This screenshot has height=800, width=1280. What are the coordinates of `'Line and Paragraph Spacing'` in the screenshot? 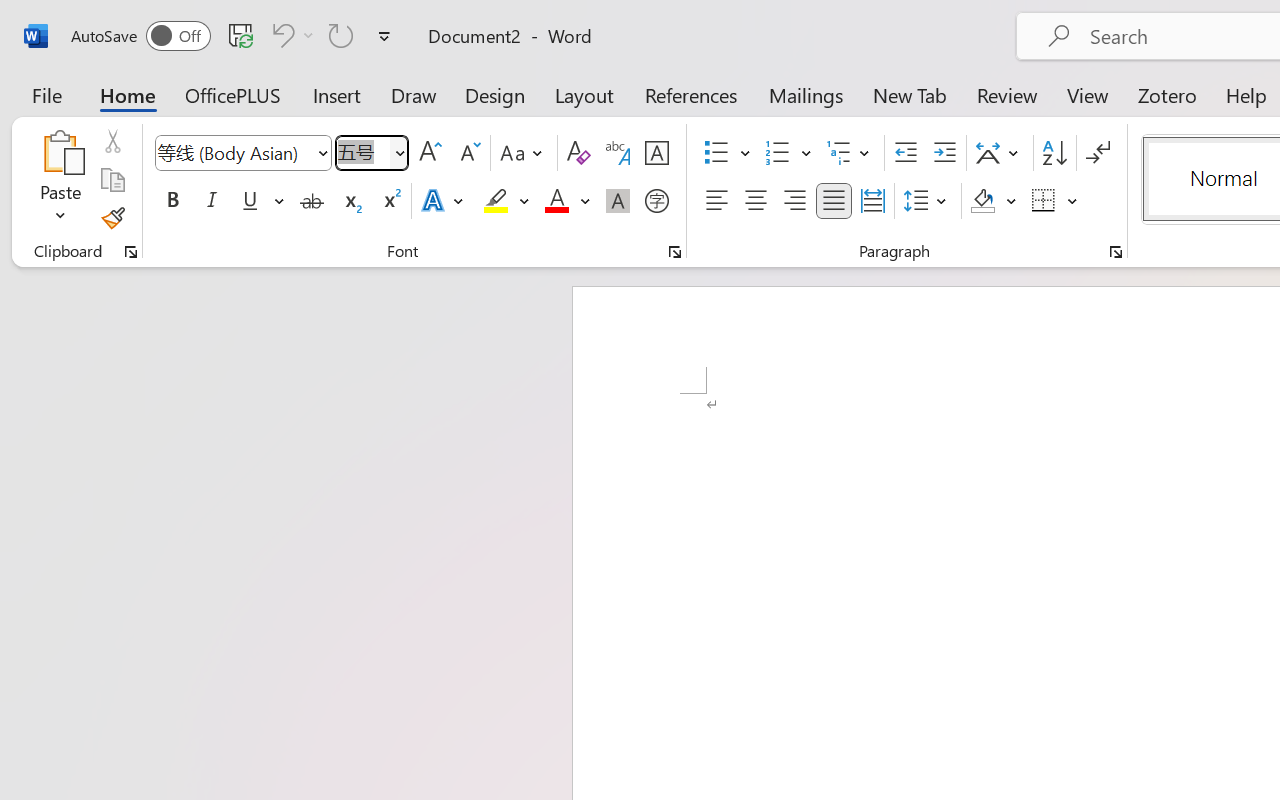 It's located at (927, 201).